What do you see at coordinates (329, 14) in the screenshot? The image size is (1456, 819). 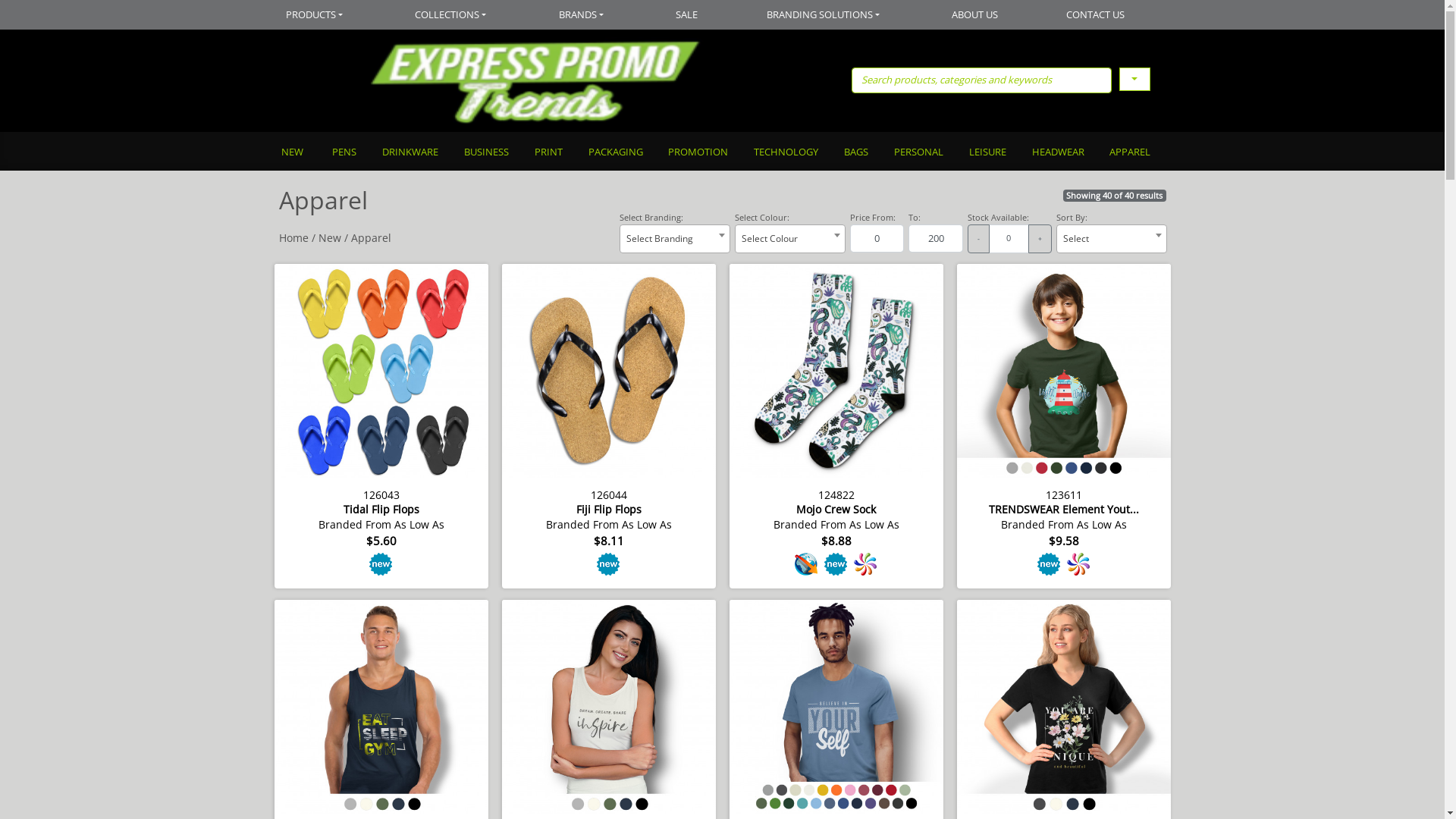 I see `'PRODUCTS'` at bounding box center [329, 14].